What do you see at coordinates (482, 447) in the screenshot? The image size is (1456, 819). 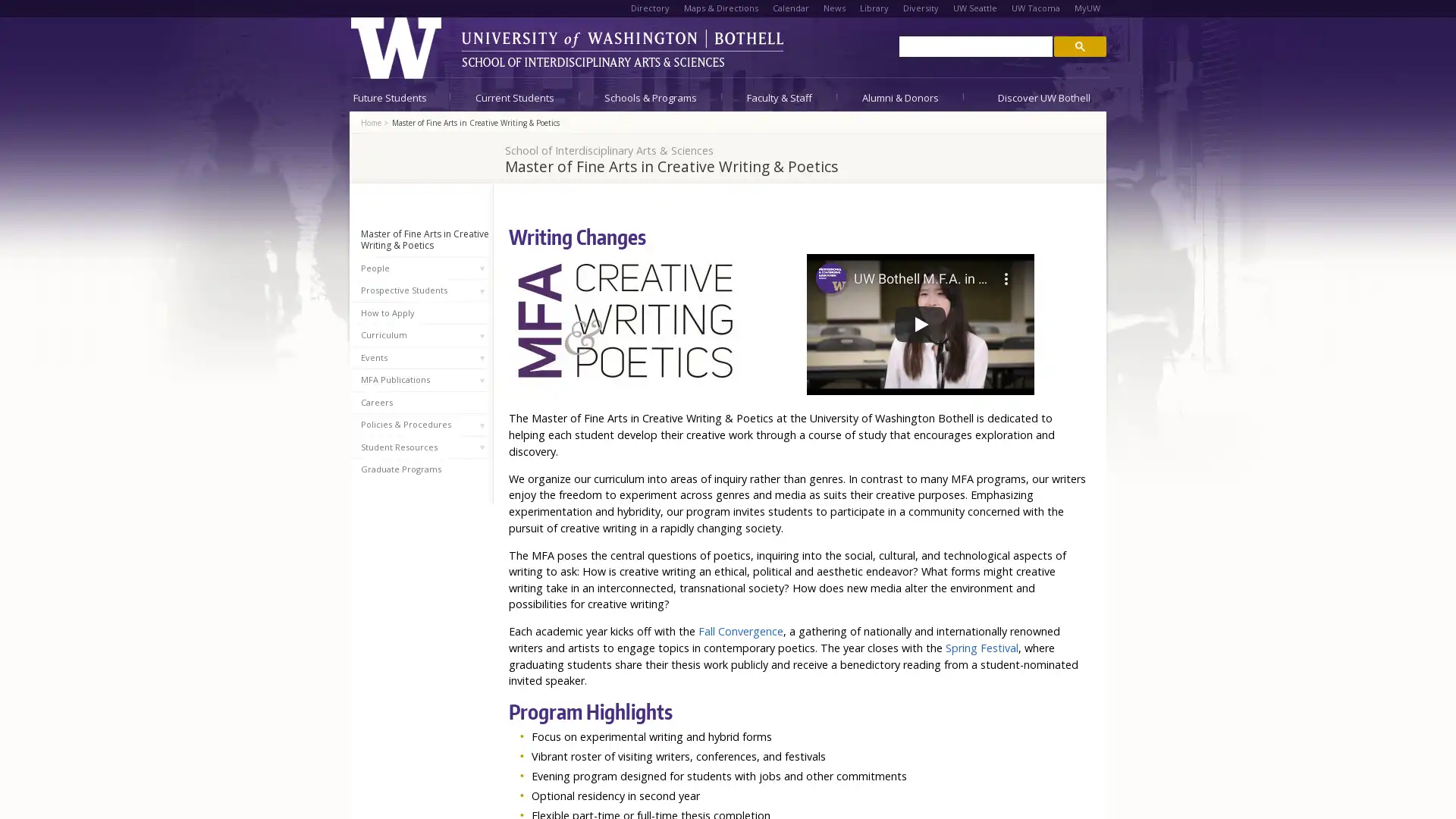 I see `Student Resources Submenu` at bounding box center [482, 447].